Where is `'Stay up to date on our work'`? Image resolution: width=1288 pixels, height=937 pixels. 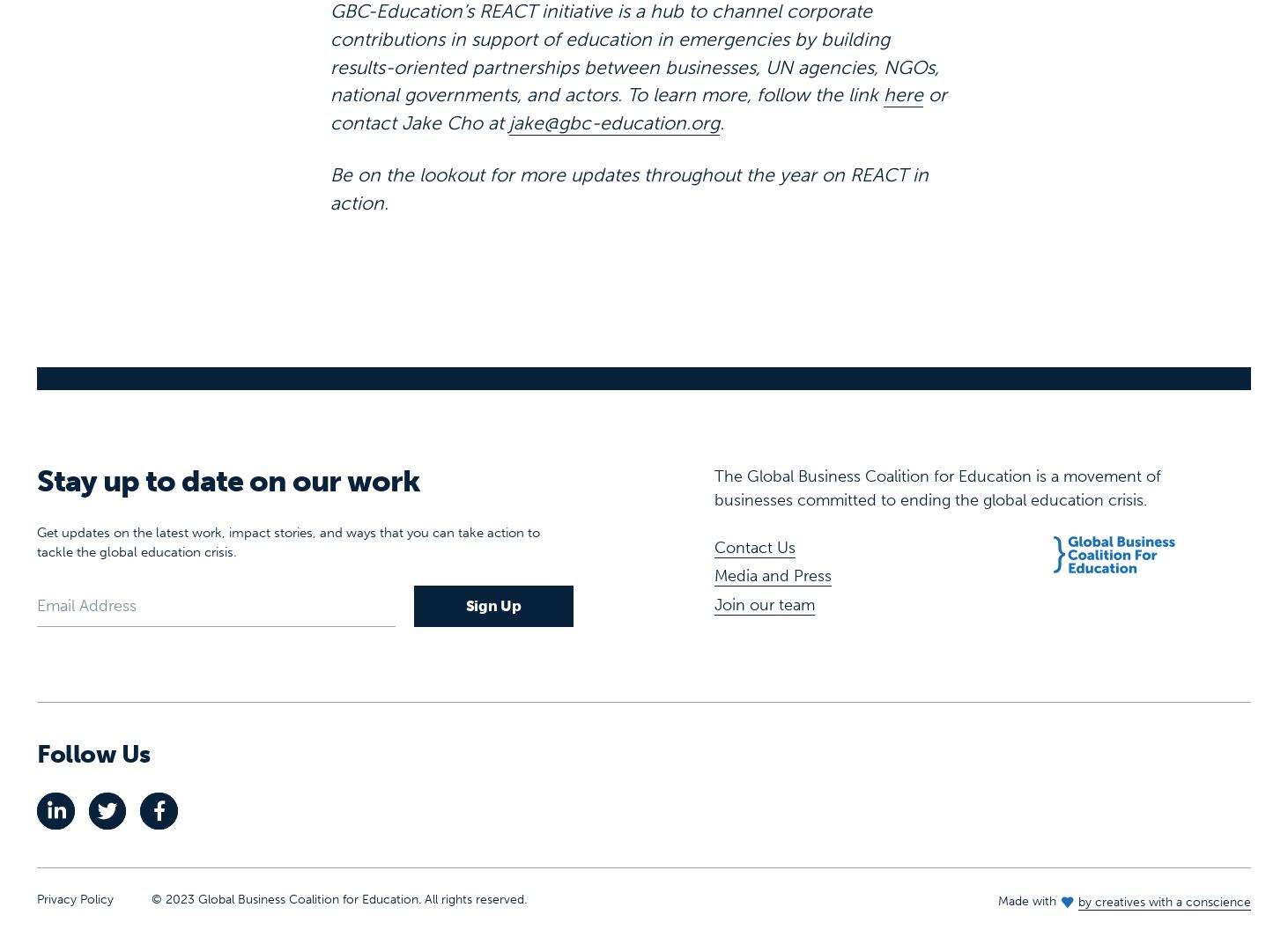
'Stay up to date on our work' is located at coordinates (226, 424).